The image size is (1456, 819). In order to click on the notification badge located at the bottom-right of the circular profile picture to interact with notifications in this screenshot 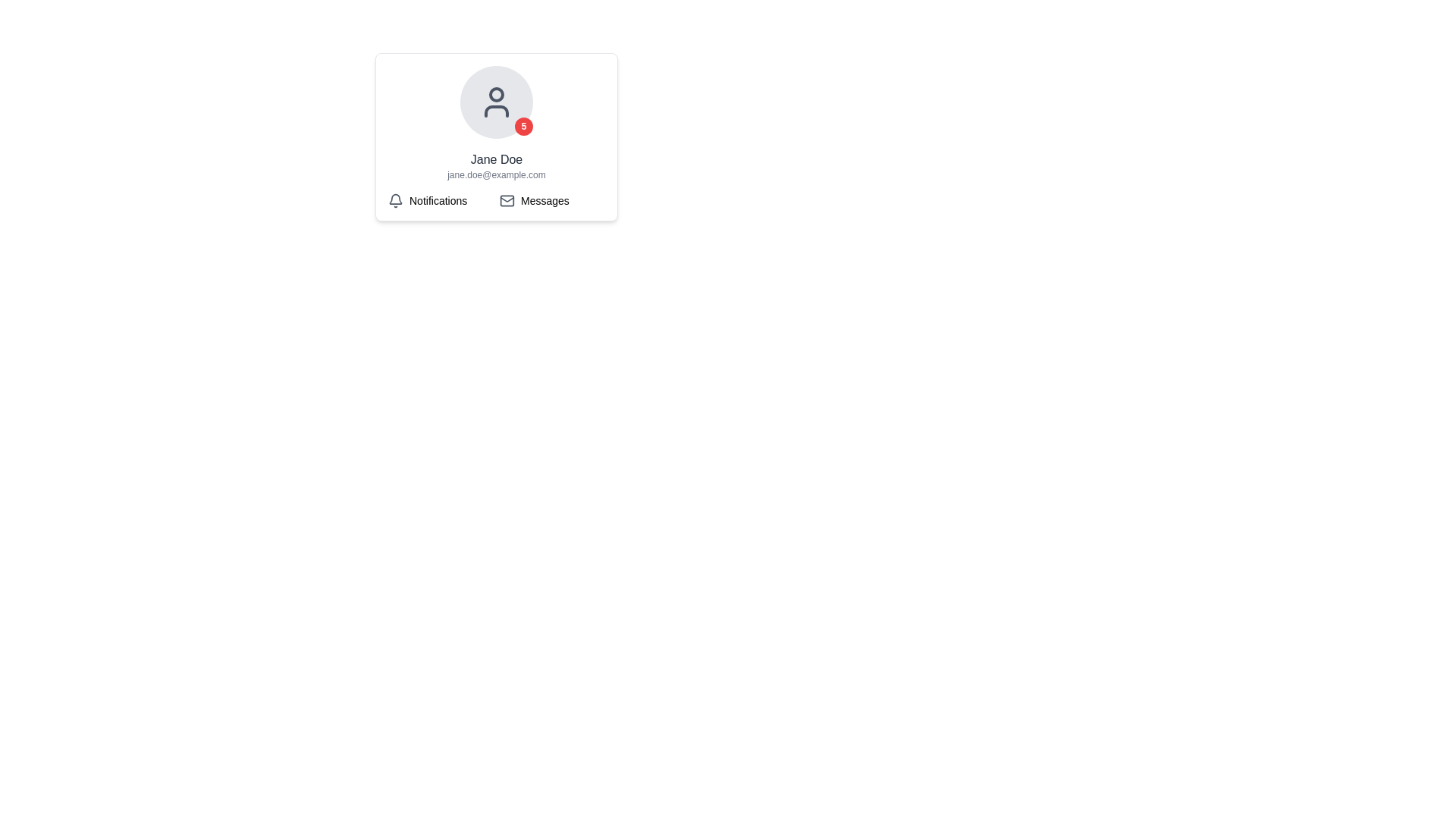, I will do `click(524, 125)`.